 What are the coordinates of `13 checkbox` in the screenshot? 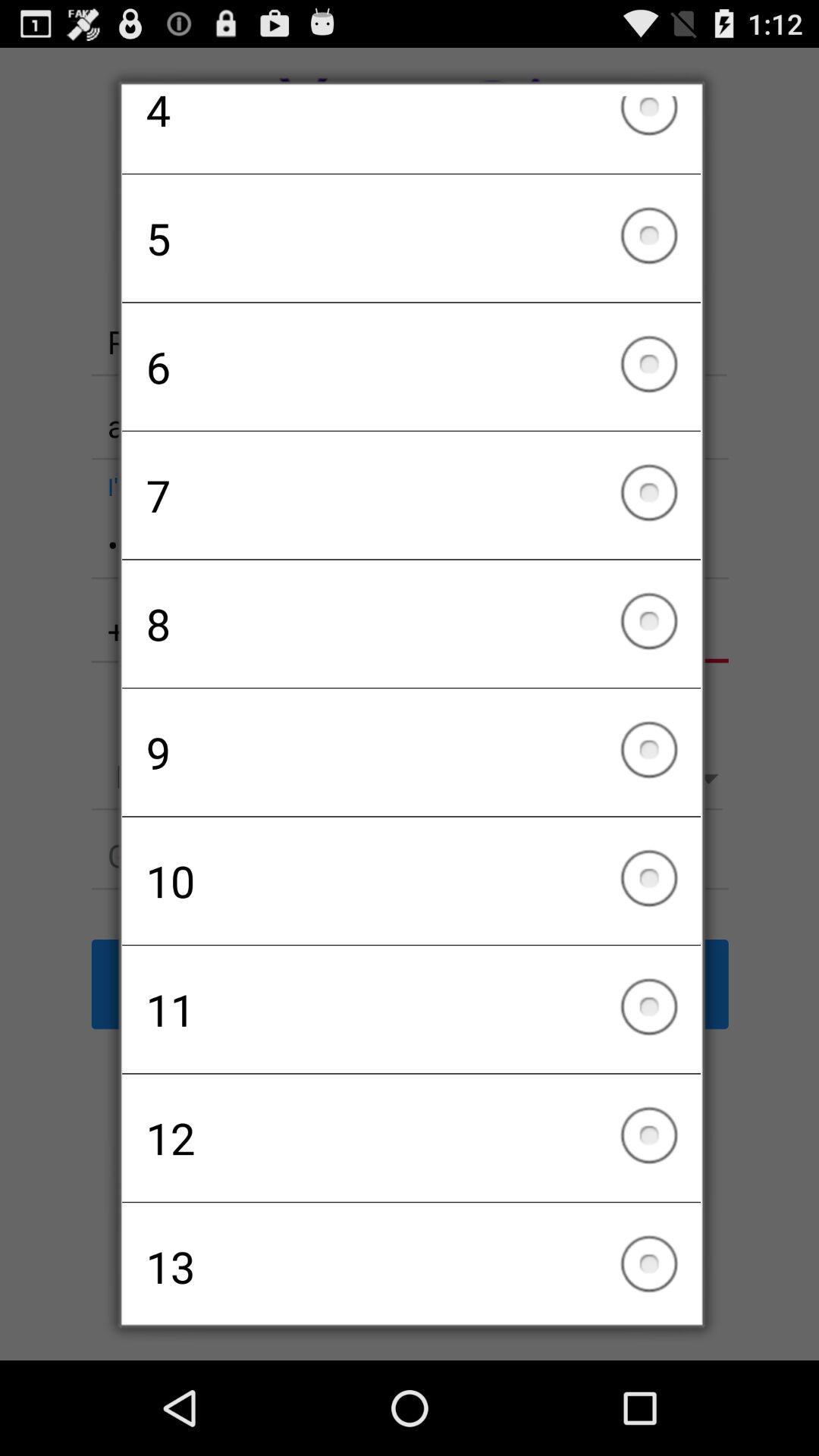 It's located at (411, 1258).